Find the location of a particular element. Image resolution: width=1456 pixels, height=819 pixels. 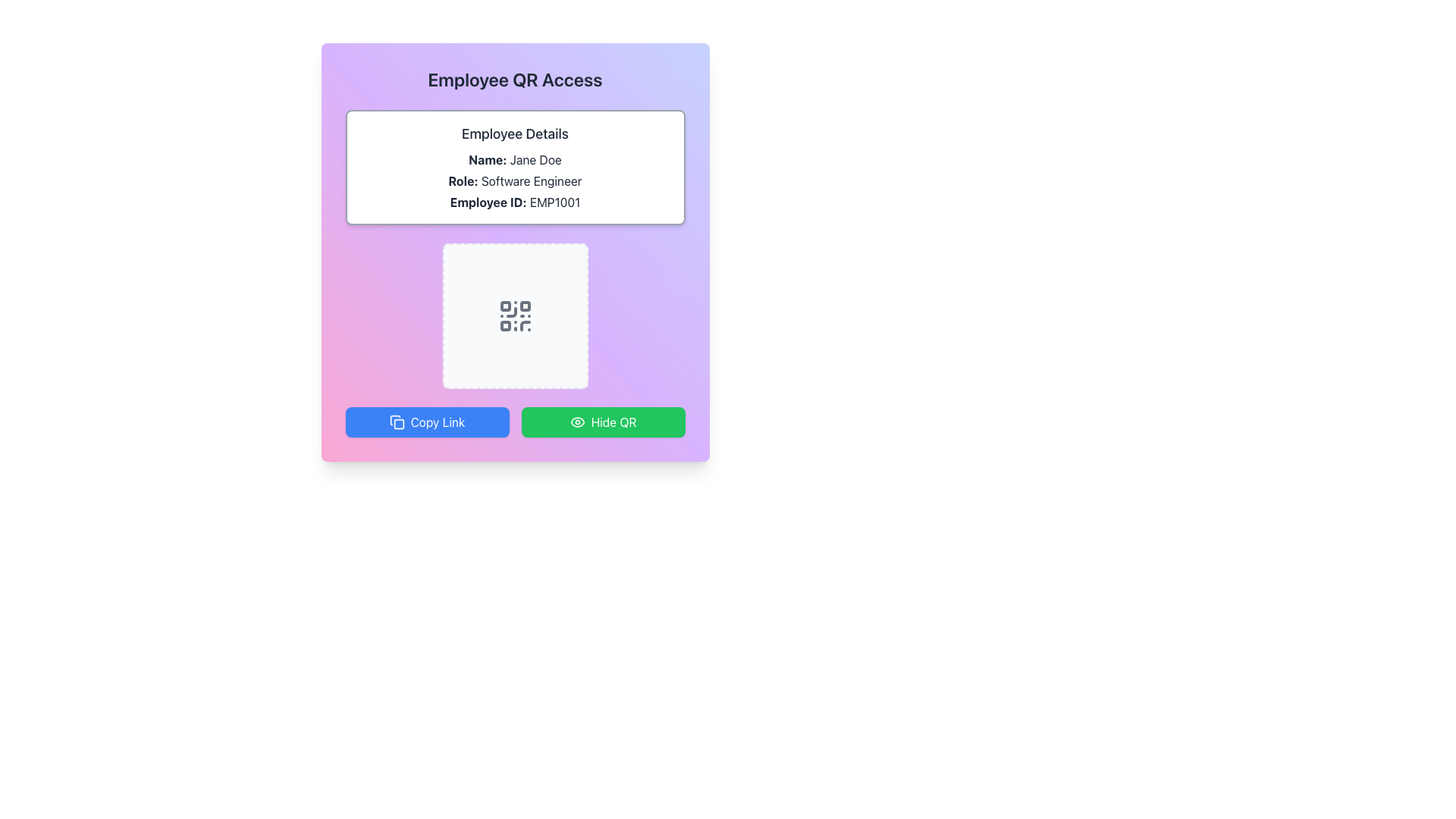

the curved line segment within the QR code representation of the 'Employee QR Access' card is located at coordinates (511, 312).